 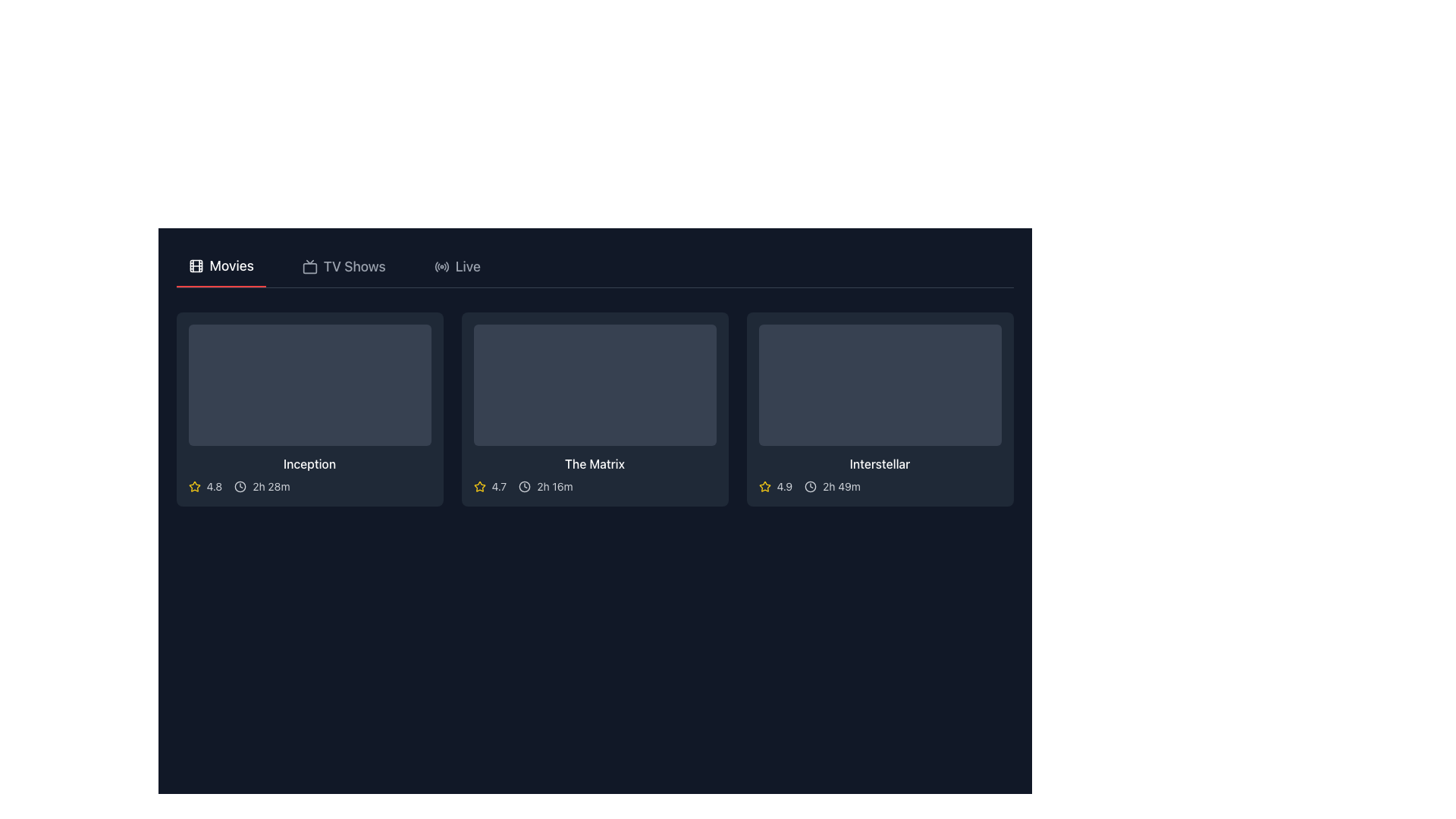 What do you see at coordinates (810, 486) in the screenshot?
I see `the clock icon located in the movie 'Interstellar' section, positioned between the rating (4.9) and the duration (2h 49m)` at bounding box center [810, 486].